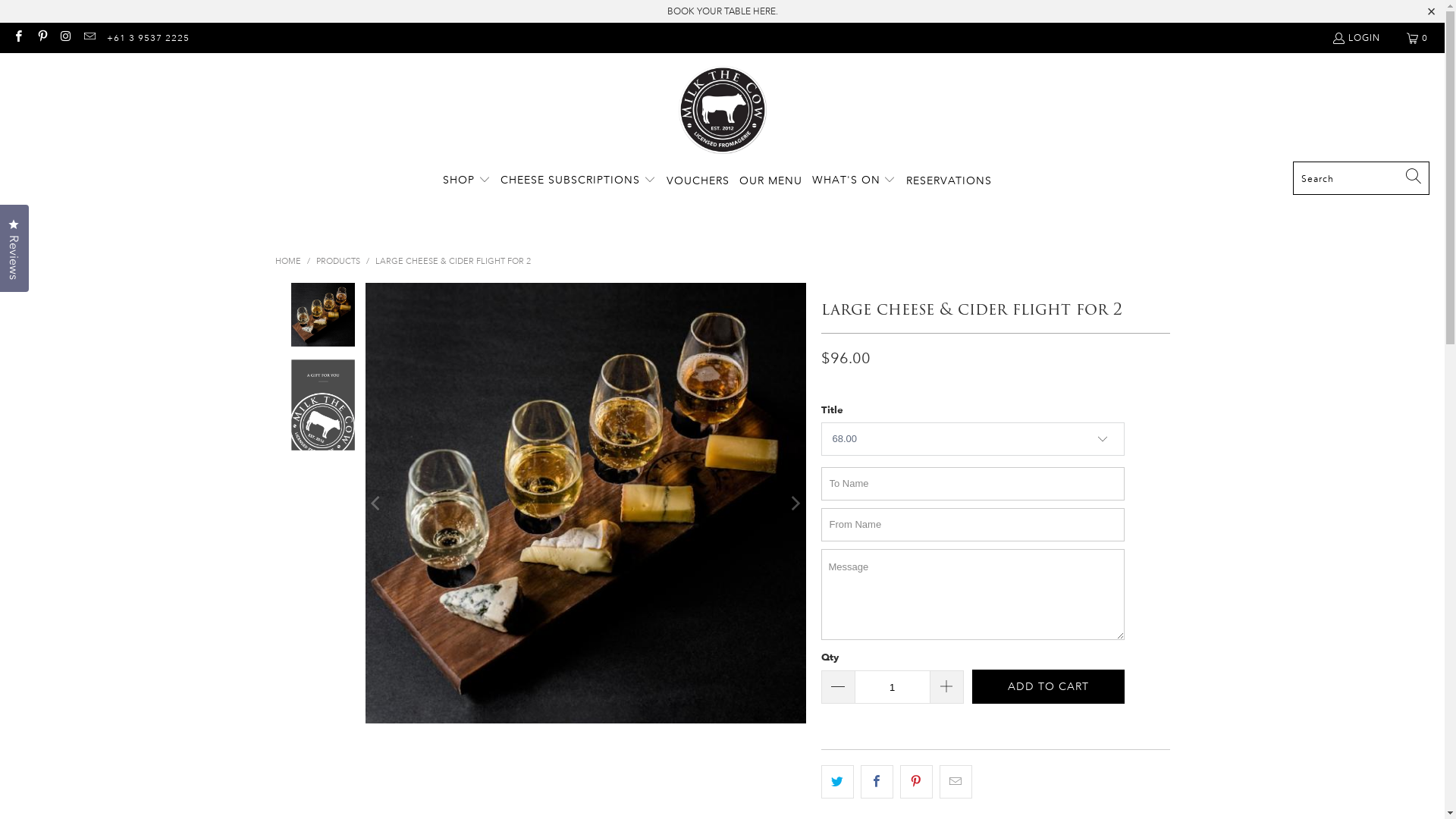 This screenshot has width=1456, height=819. What do you see at coordinates (955, 781) in the screenshot?
I see `'Email this to a friend'` at bounding box center [955, 781].